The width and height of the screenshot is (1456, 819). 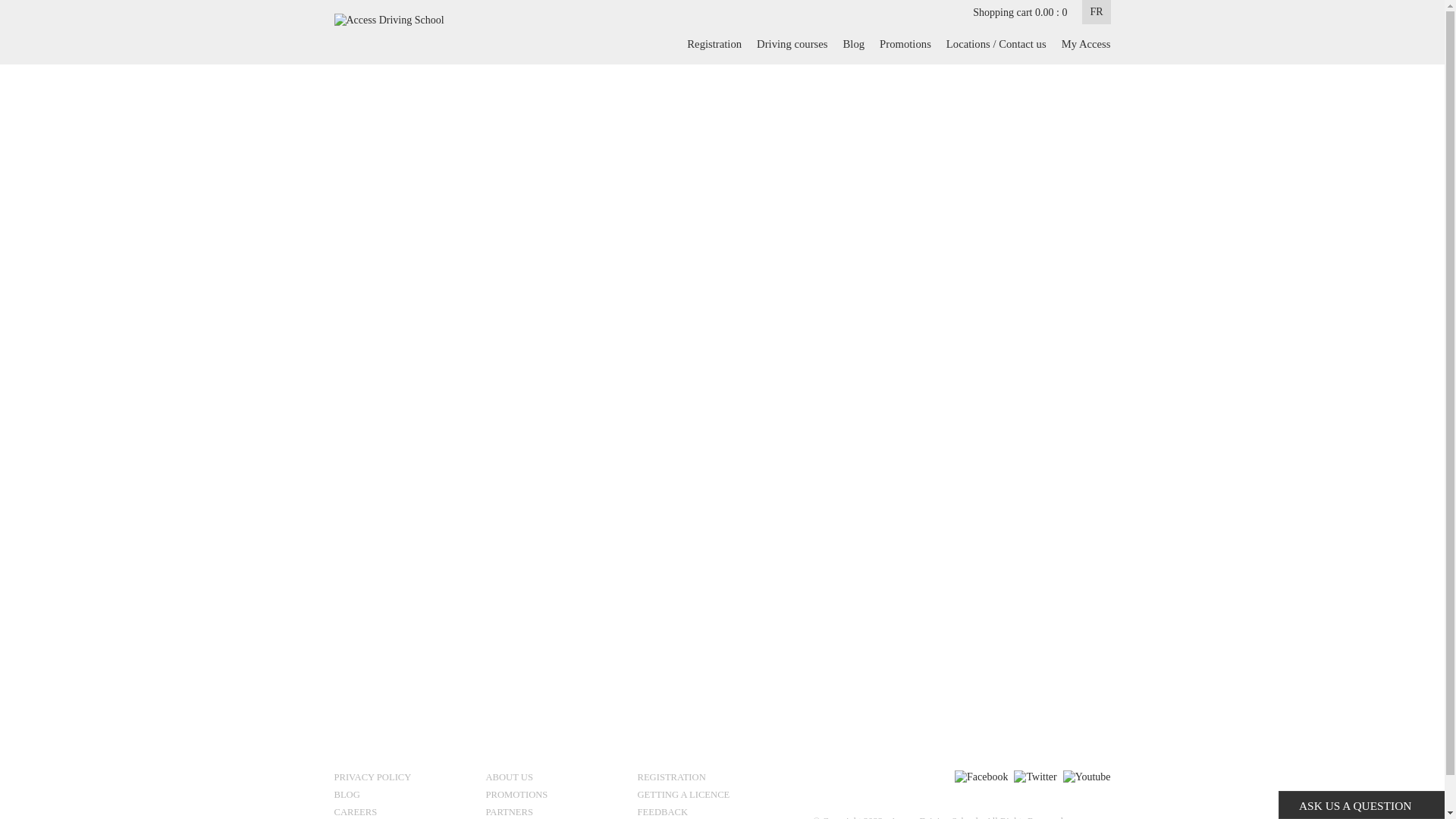 What do you see at coordinates (749, 42) in the screenshot?
I see `'Driving courses'` at bounding box center [749, 42].